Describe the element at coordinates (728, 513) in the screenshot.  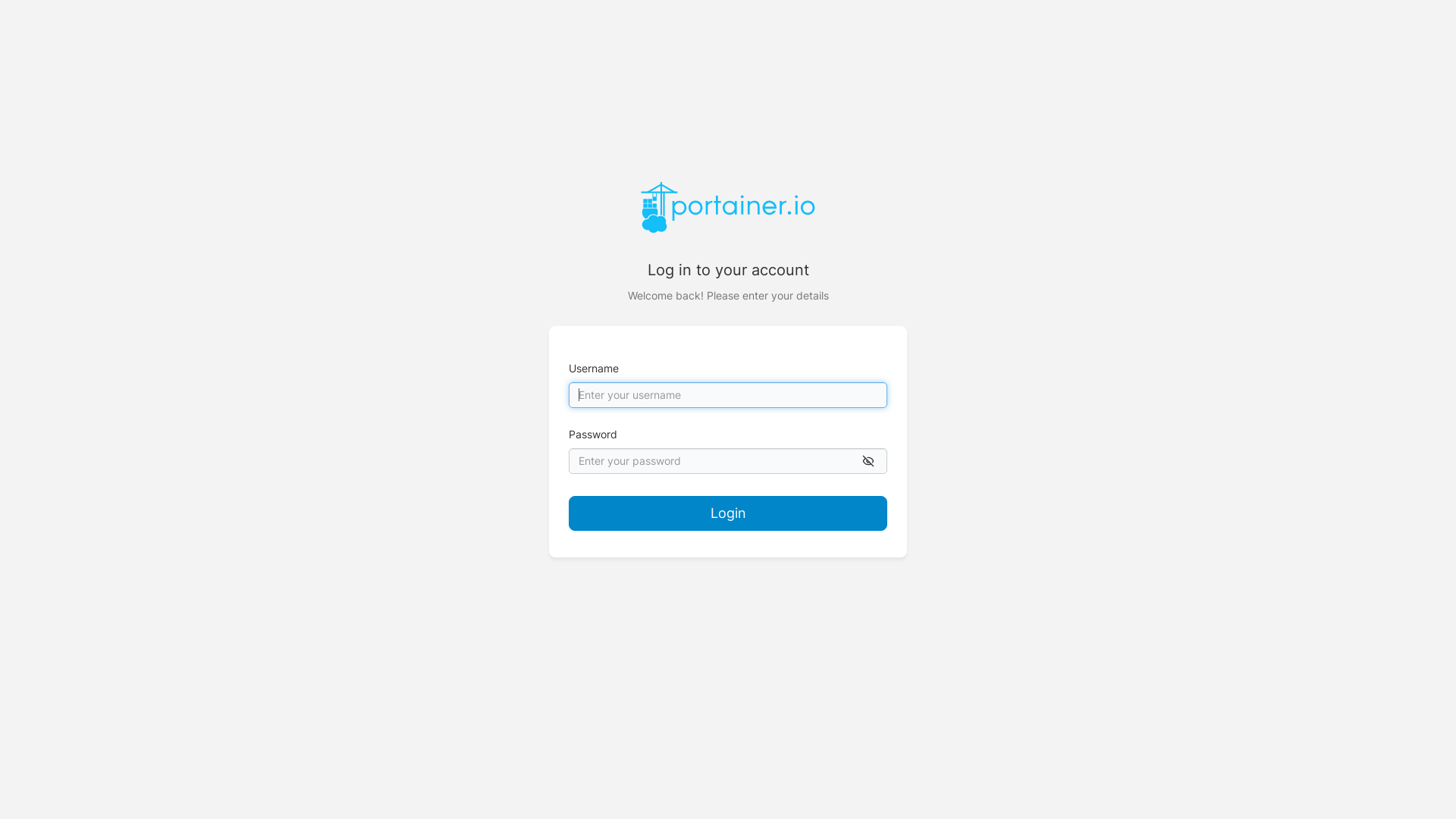
I see `'Login'` at that location.